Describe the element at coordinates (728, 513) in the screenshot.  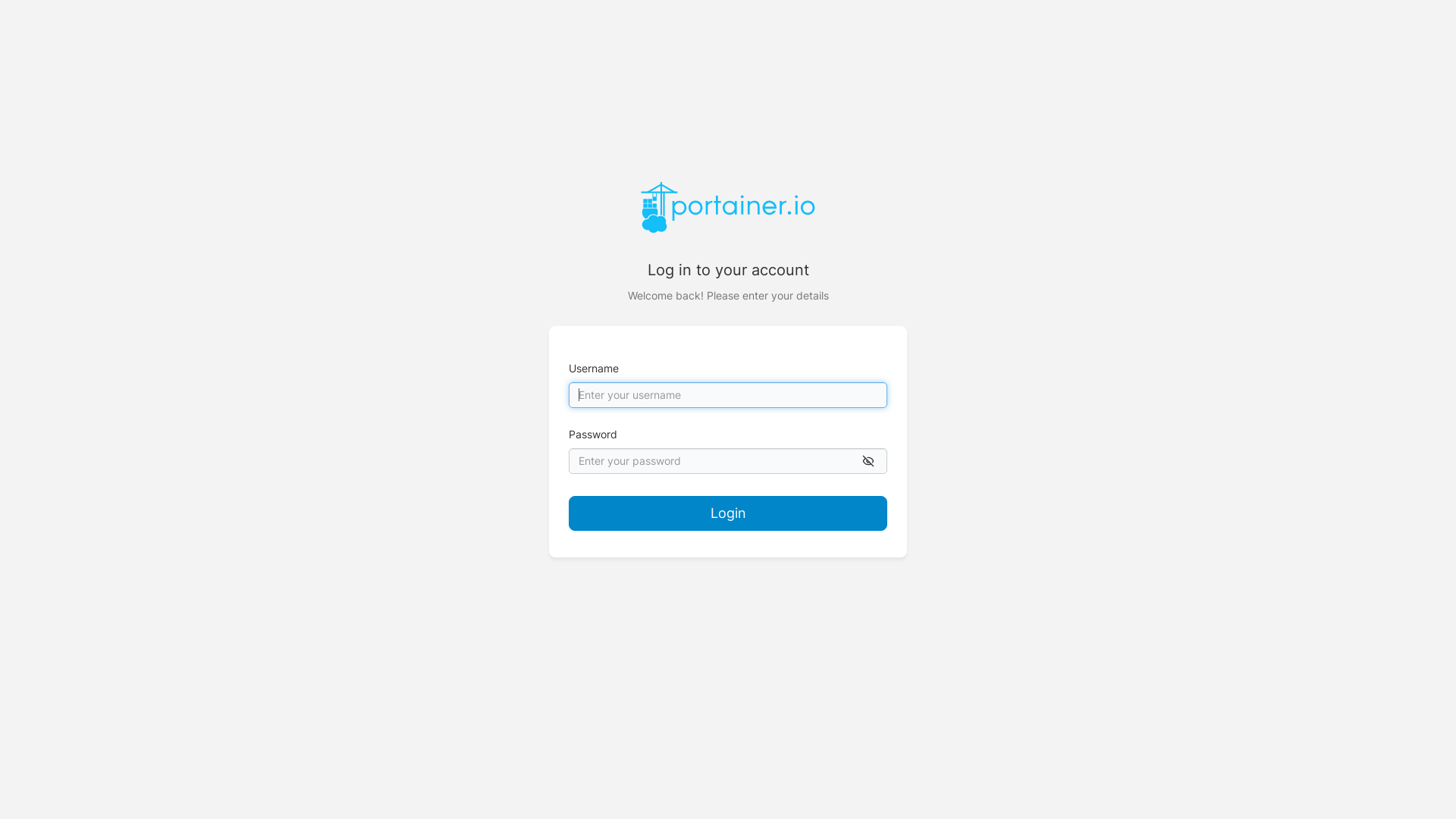
I see `'Login'` at that location.